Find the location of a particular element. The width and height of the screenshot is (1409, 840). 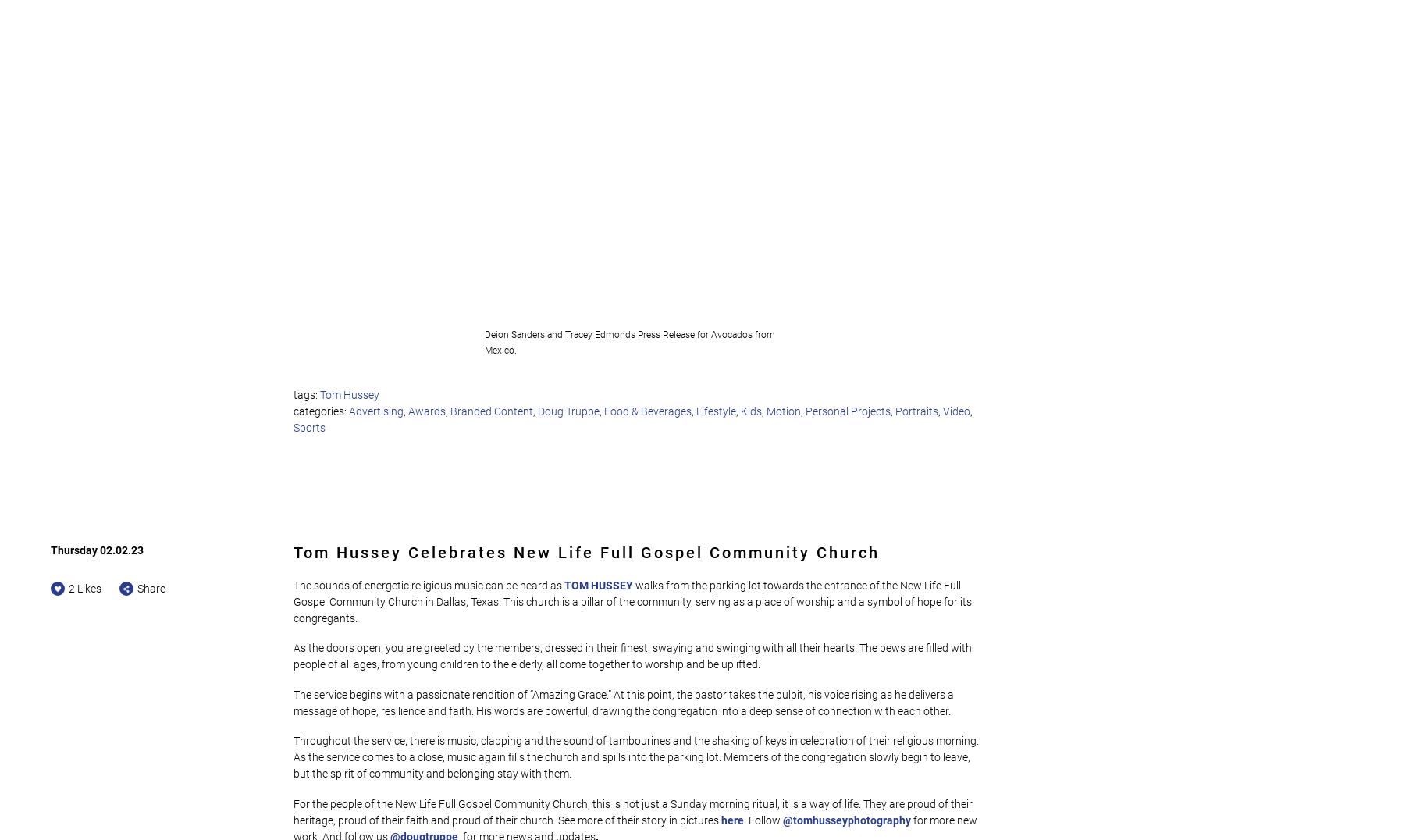

'Share' is located at coordinates (151, 586).